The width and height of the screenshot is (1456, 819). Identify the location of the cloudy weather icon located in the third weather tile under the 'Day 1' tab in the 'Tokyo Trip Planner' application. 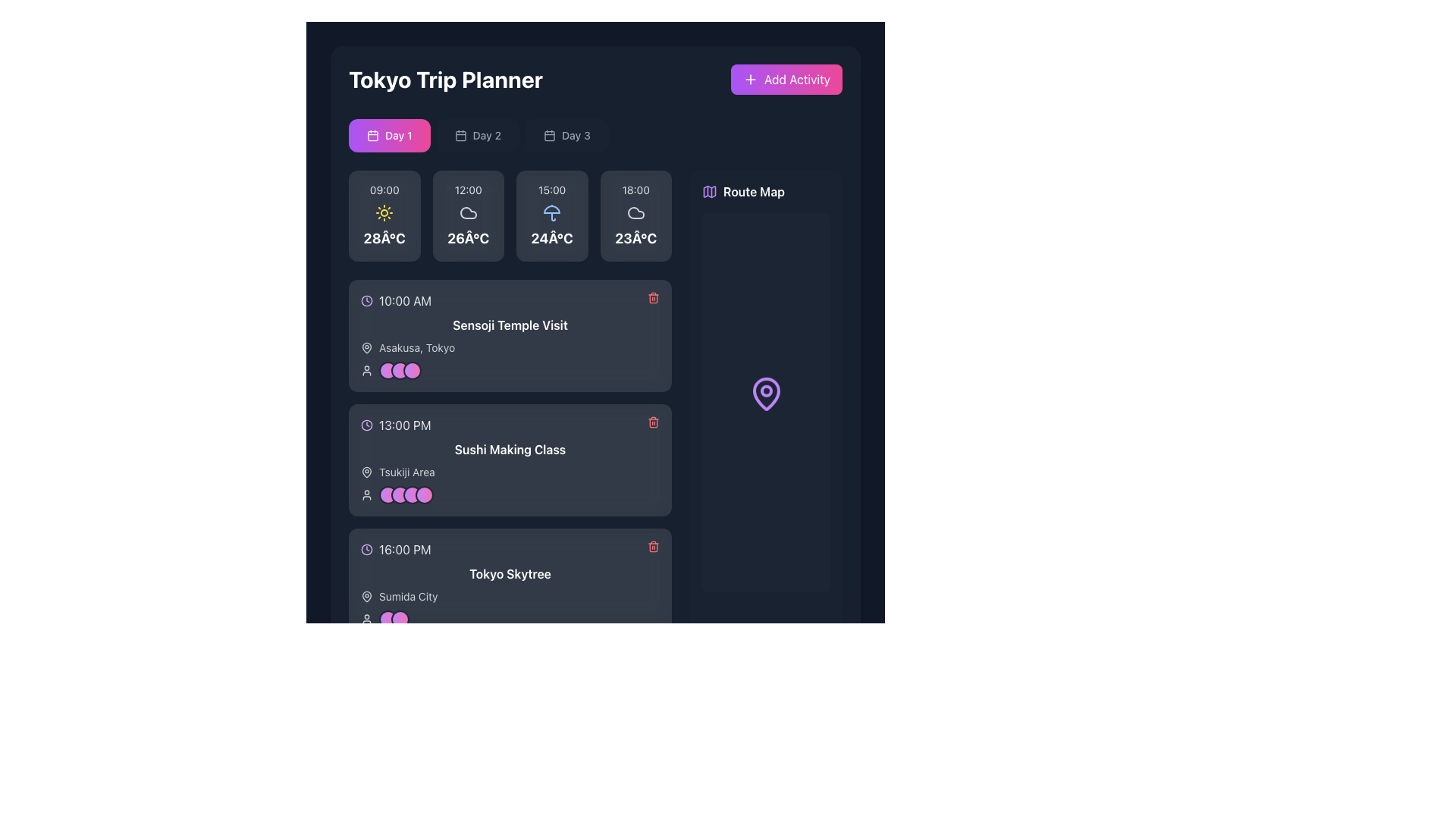
(635, 213).